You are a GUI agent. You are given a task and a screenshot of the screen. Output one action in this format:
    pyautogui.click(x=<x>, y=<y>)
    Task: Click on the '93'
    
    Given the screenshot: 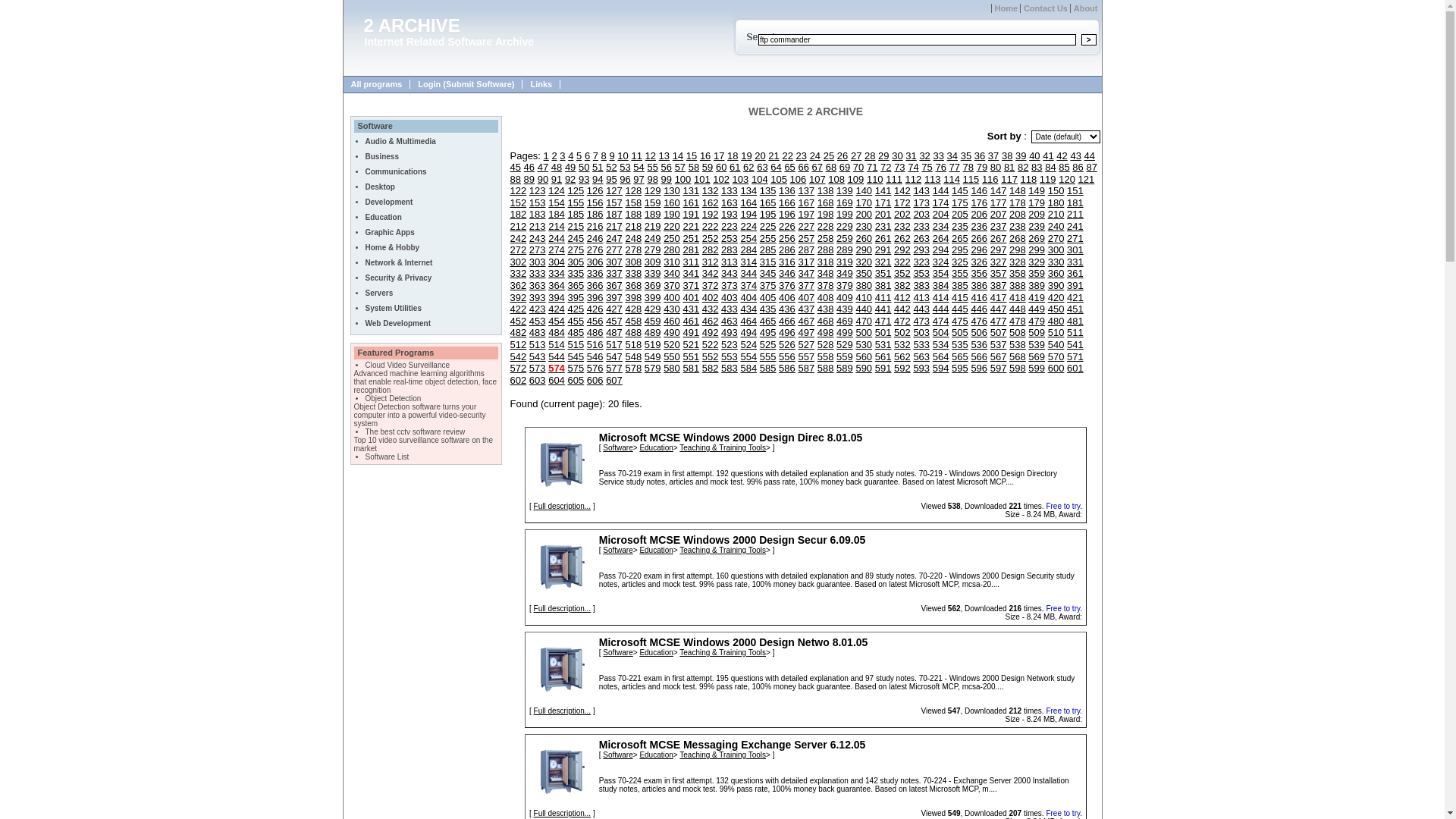 What is the action you would take?
    pyautogui.click(x=582, y=178)
    